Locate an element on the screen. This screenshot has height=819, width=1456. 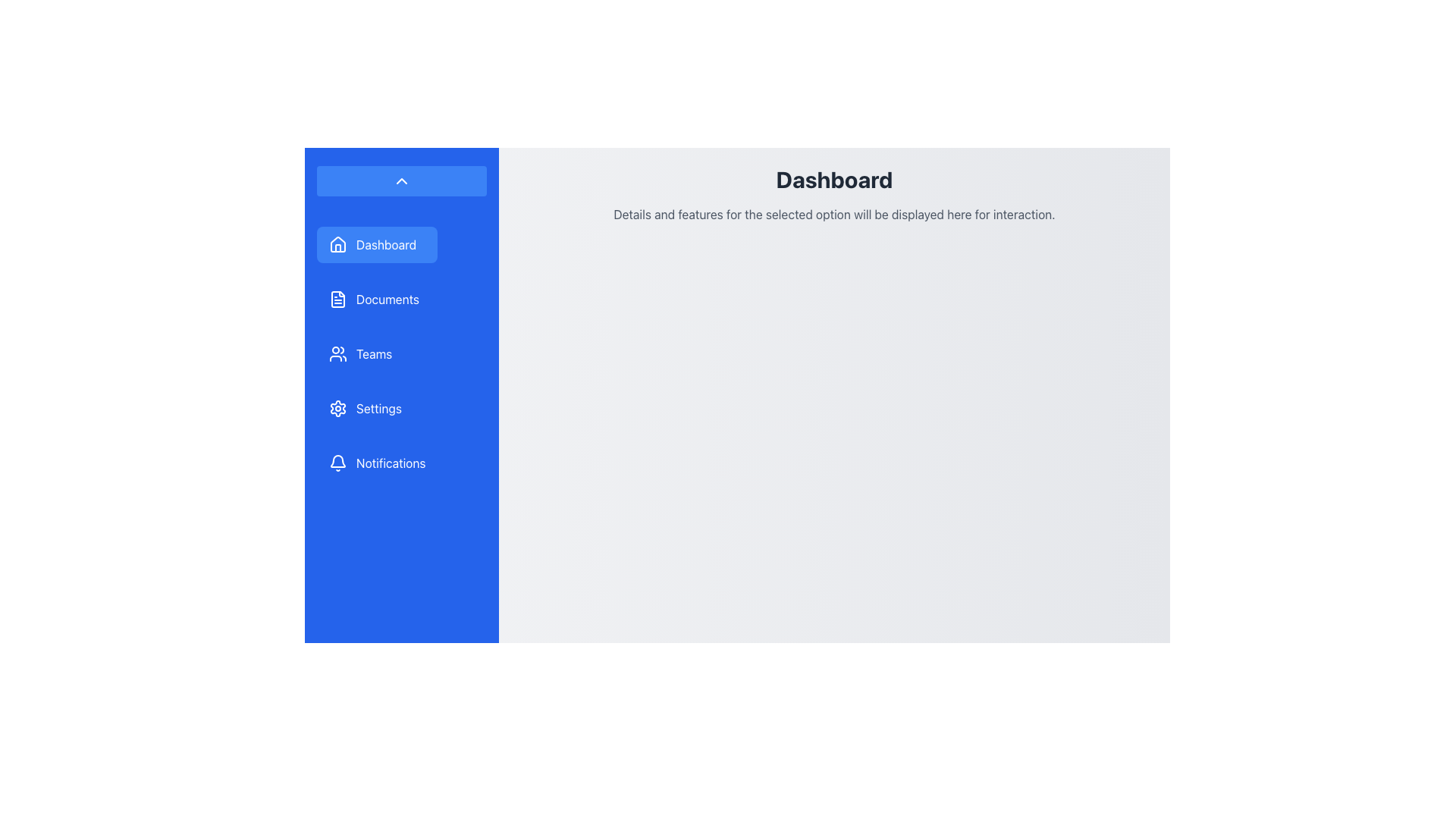
the Dashboard icon located on the blue sidebar menu is located at coordinates (337, 244).